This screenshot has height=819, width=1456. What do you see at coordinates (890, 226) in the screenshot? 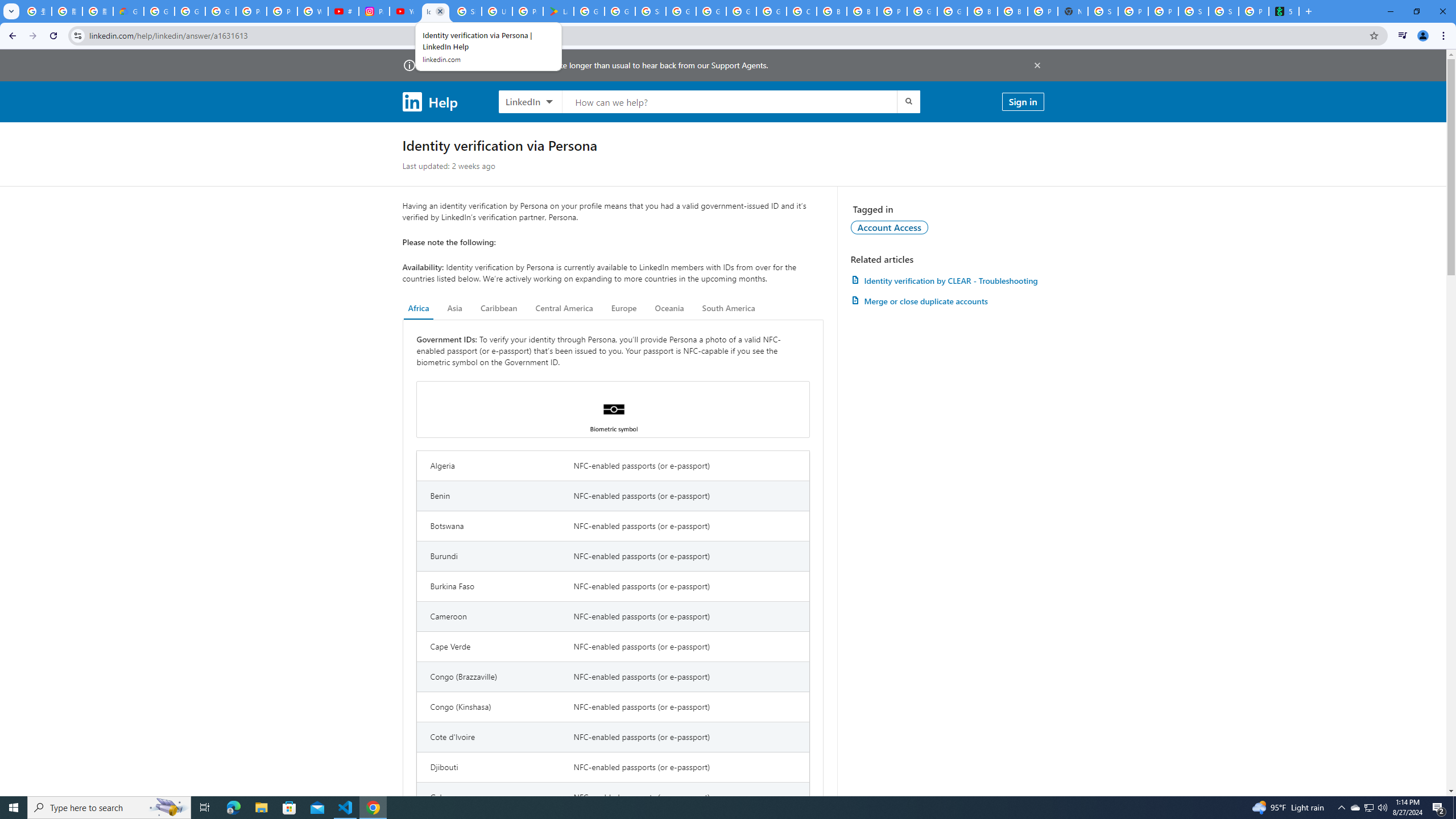
I see `'AutomationID: topic-link-a151002'` at bounding box center [890, 226].